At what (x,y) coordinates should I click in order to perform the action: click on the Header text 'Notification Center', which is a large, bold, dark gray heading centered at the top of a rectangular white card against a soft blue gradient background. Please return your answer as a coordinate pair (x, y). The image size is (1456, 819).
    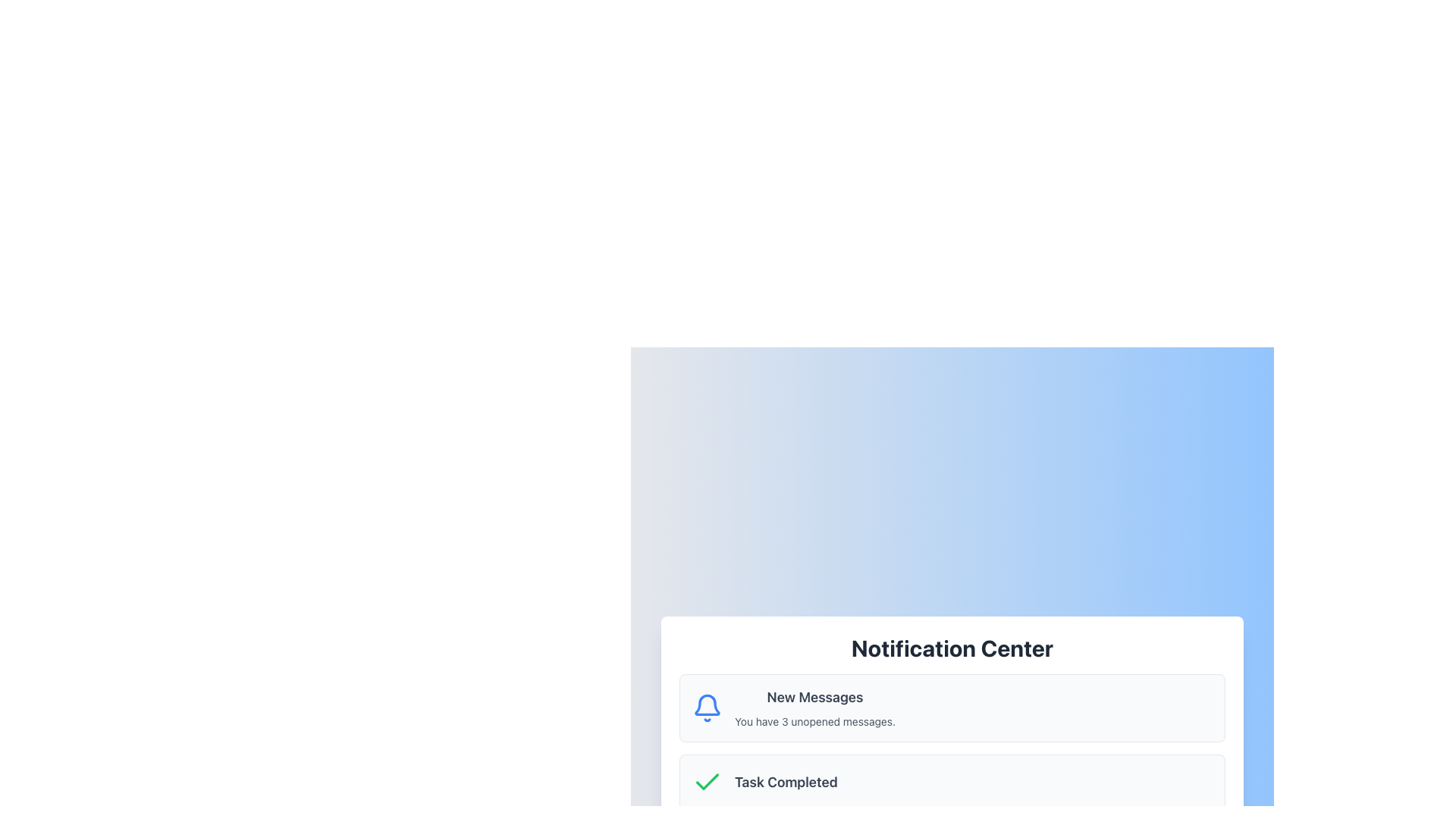
    Looking at the image, I should click on (952, 648).